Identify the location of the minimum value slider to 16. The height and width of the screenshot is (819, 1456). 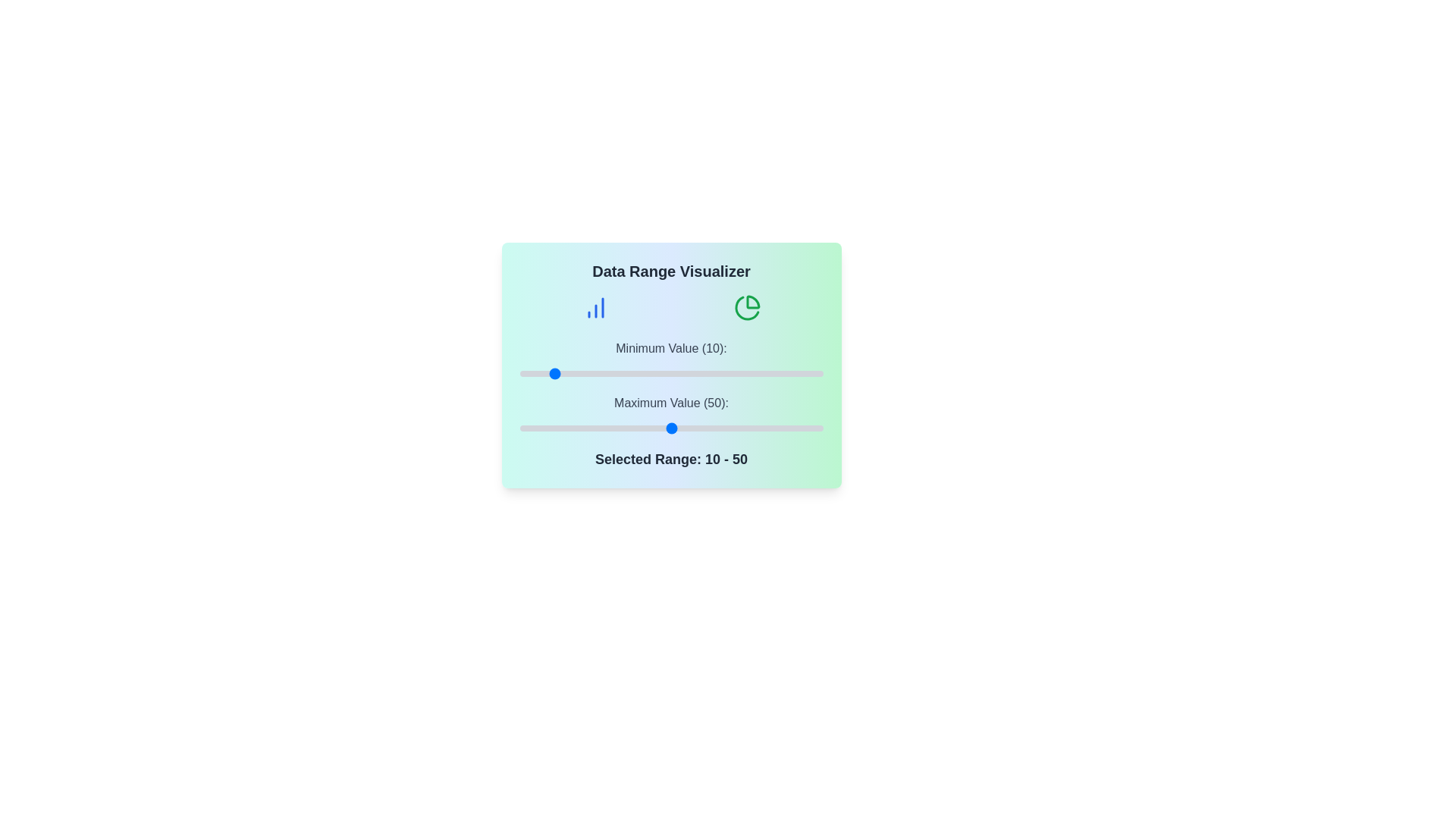
(567, 374).